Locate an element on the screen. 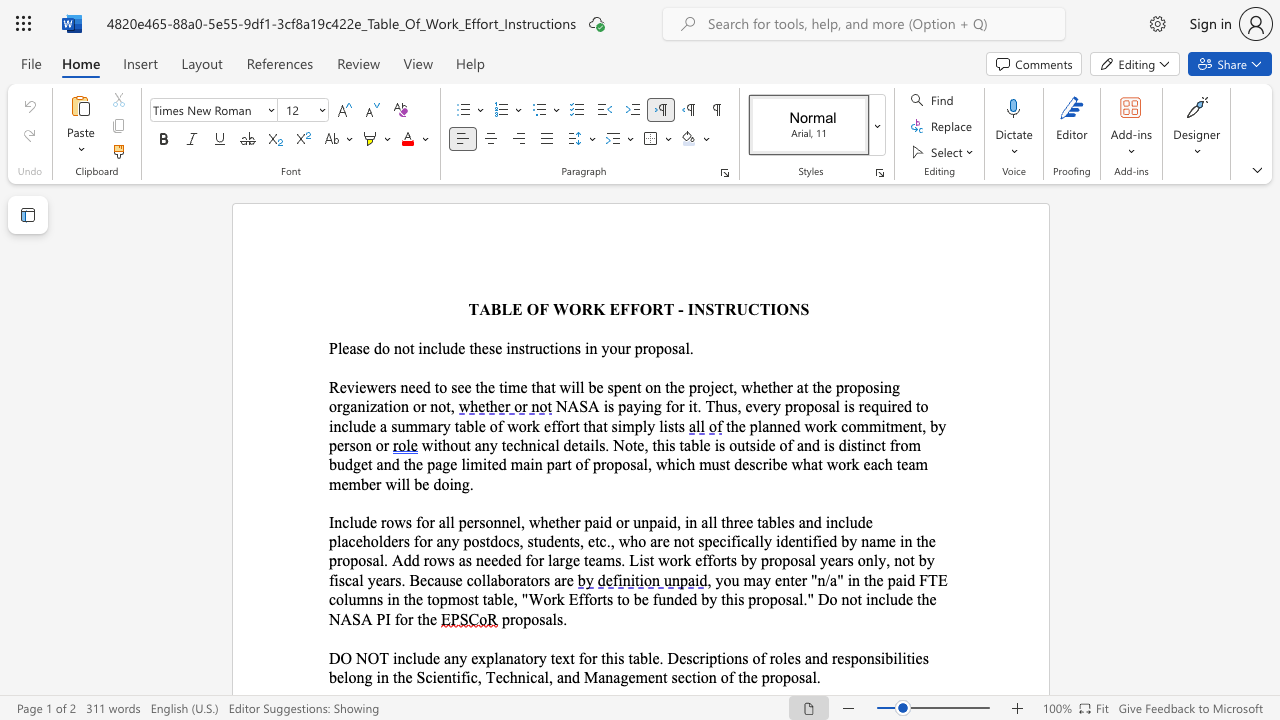 Image resolution: width=1280 pixels, height=720 pixels. the space between the continuous character "I" and "N" in the text is located at coordinates (695, 309).